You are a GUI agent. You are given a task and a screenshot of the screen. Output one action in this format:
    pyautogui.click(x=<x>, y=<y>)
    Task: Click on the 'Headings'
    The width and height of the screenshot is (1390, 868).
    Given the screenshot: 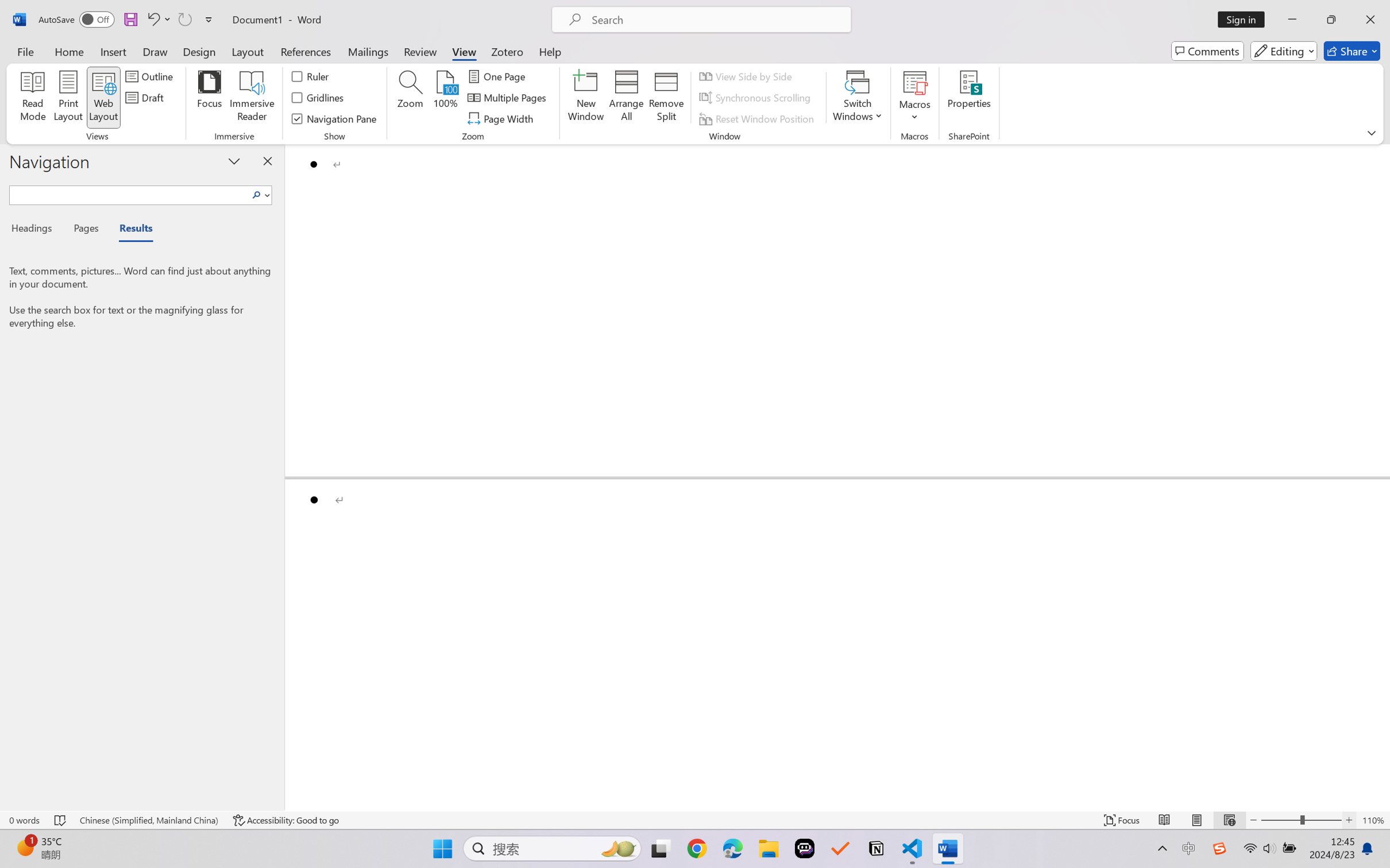 What is the action you would take?
    pyautogui.click(x=35, y=230)
    